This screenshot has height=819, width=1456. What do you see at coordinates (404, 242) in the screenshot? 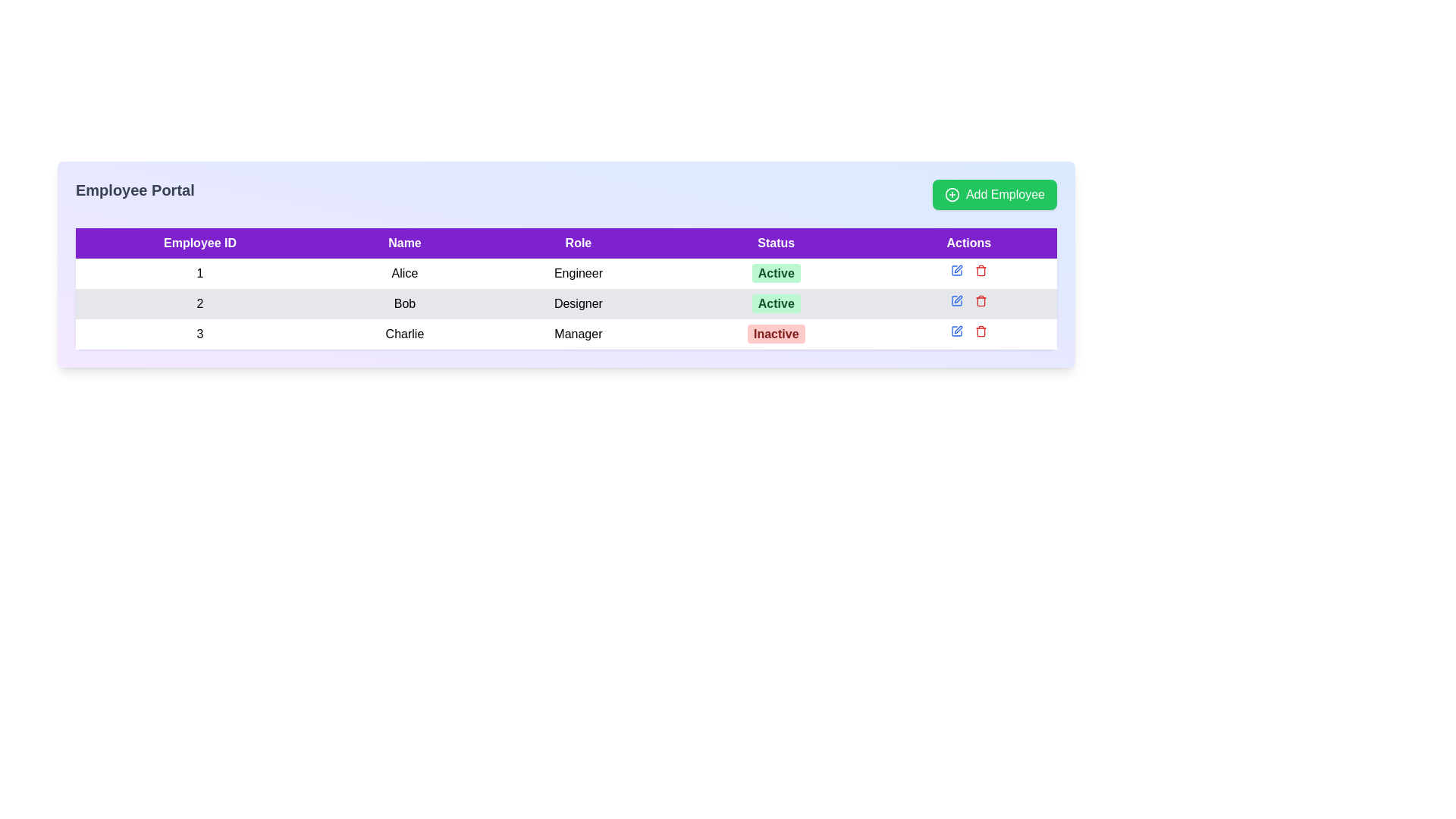
I see `the second table header cell to sort the column containing employee names, located between 'Employee ID' and 'Role'` at bounding box center [404, 242].